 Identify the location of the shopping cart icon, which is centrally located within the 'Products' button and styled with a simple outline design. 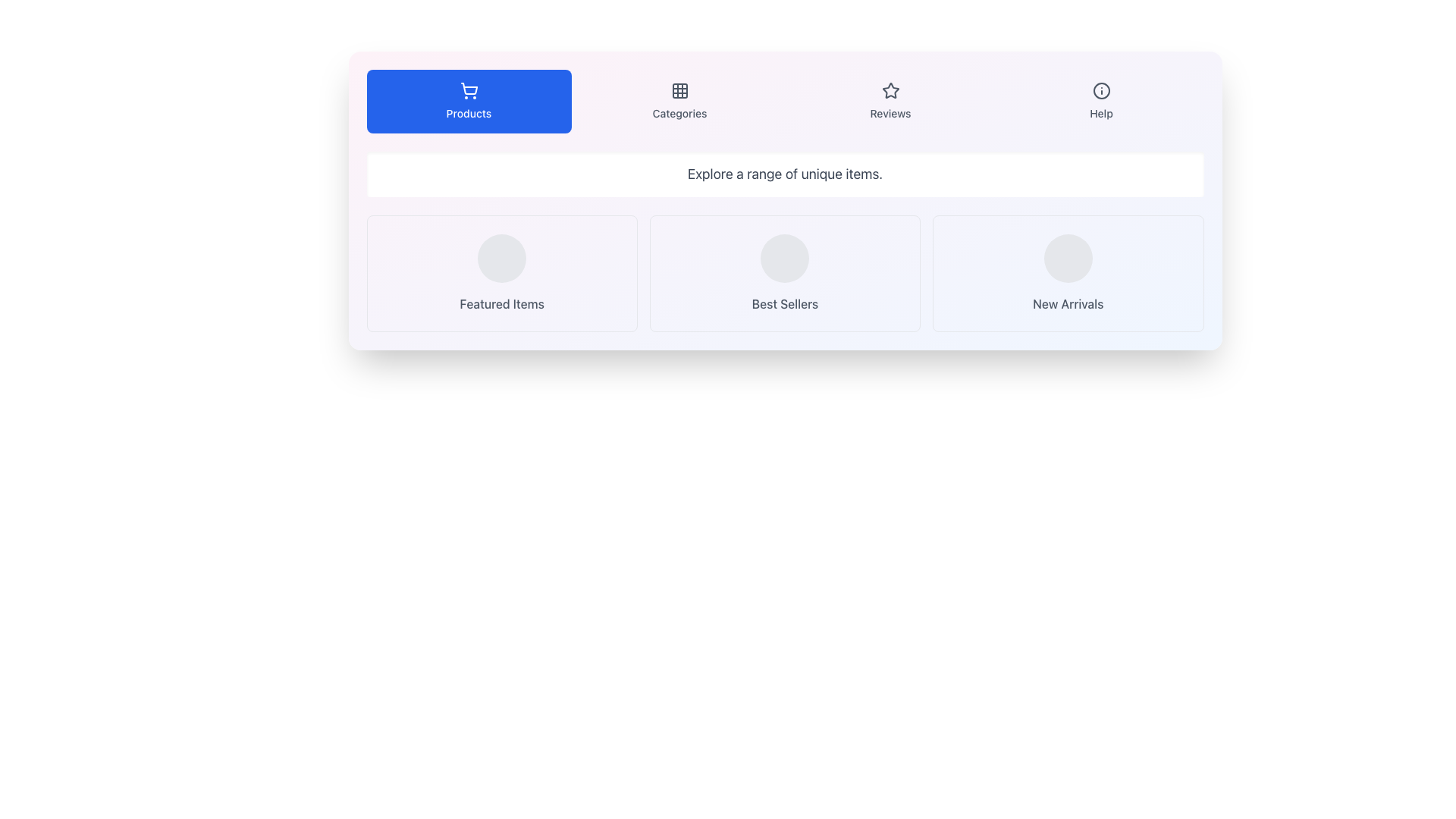
(468, 90).